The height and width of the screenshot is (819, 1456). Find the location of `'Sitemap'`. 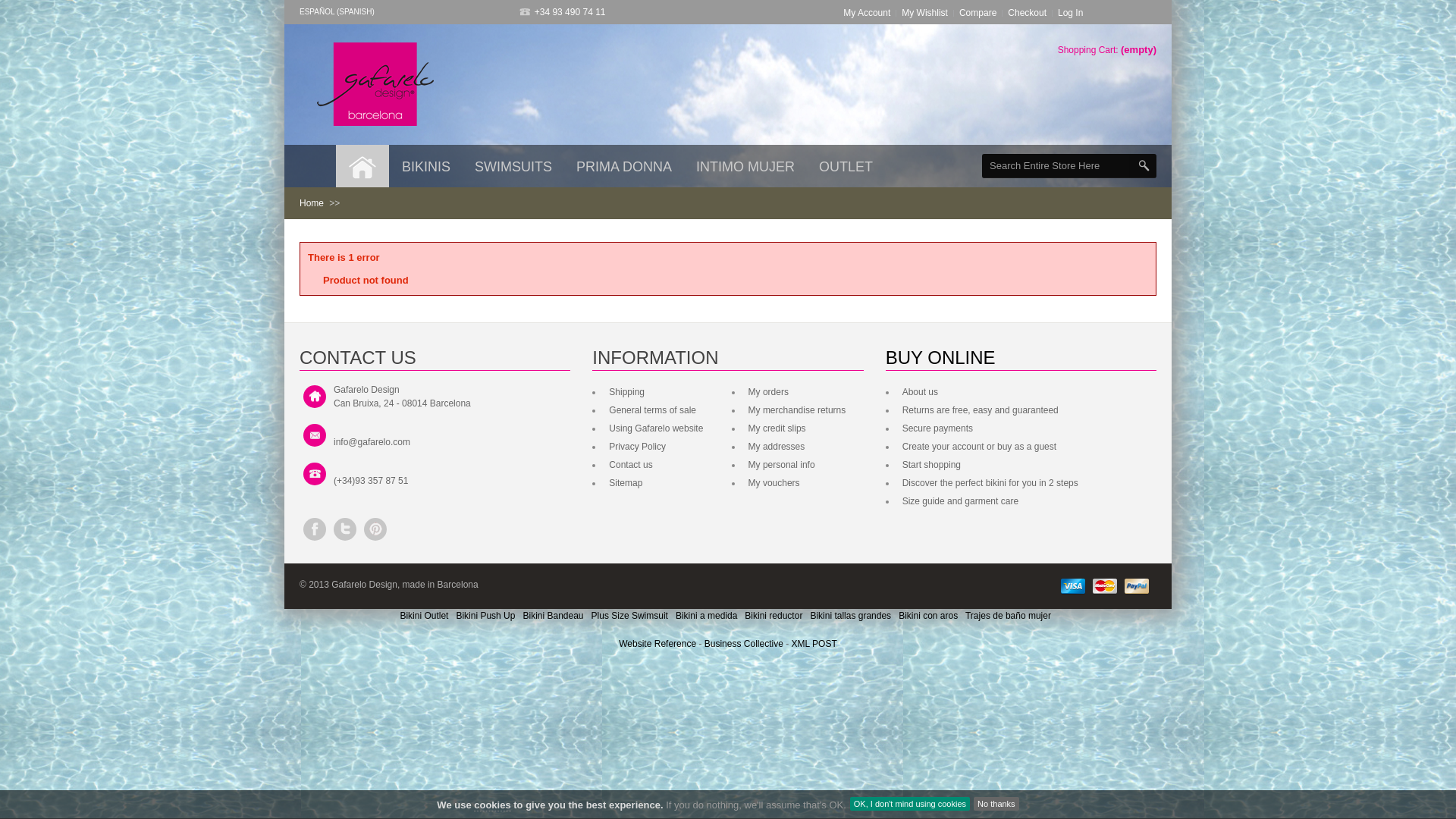

'Sitemap' is located at coordinates (604, 482).